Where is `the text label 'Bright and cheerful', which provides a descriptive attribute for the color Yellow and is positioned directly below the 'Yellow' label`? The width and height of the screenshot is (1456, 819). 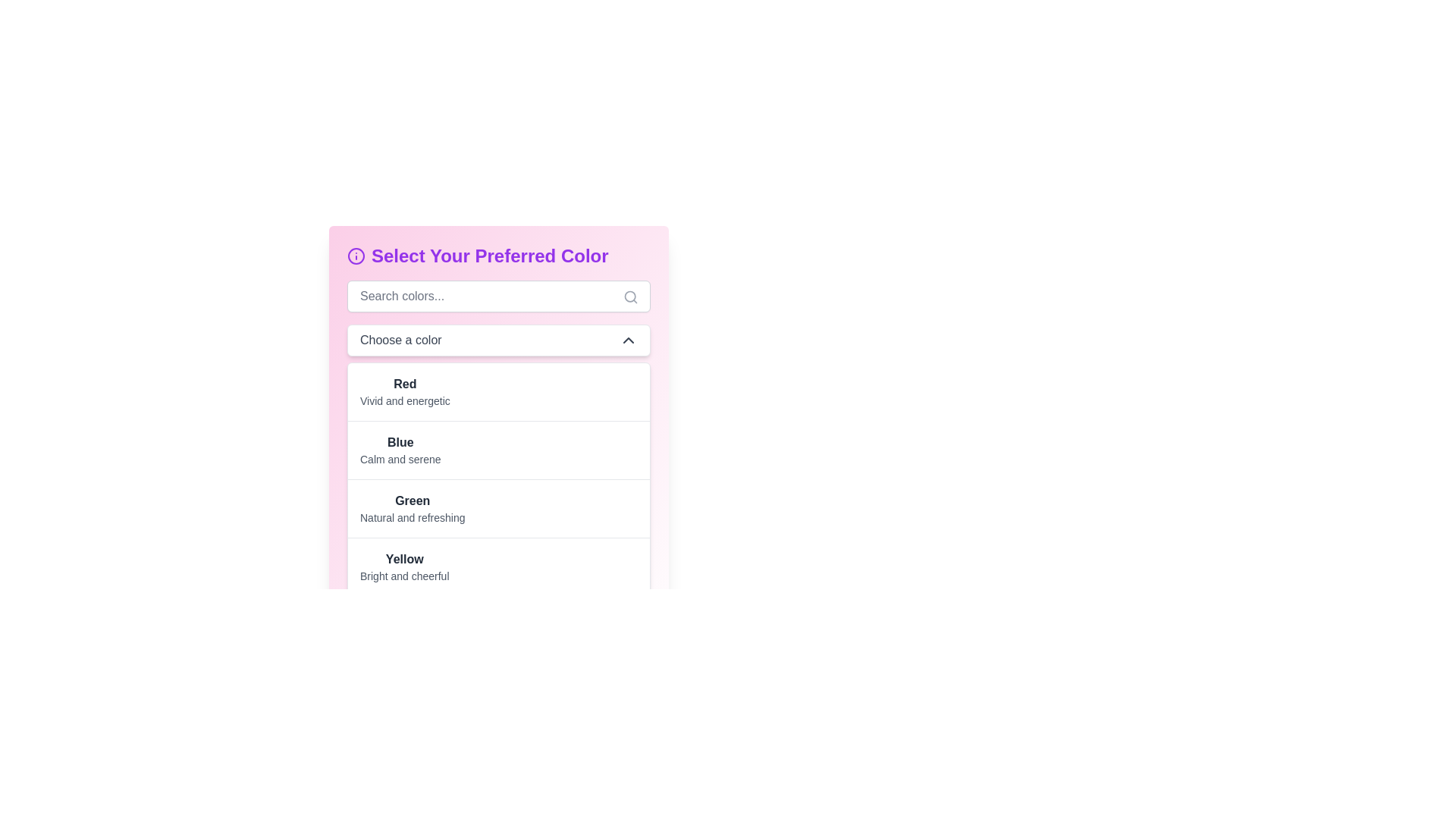 the text label 'Bright and cheerful', which provides a descriptive attribute for the color Yellow and is positioned directly below the 'Yellow' label is located at coordinates (404, 576).